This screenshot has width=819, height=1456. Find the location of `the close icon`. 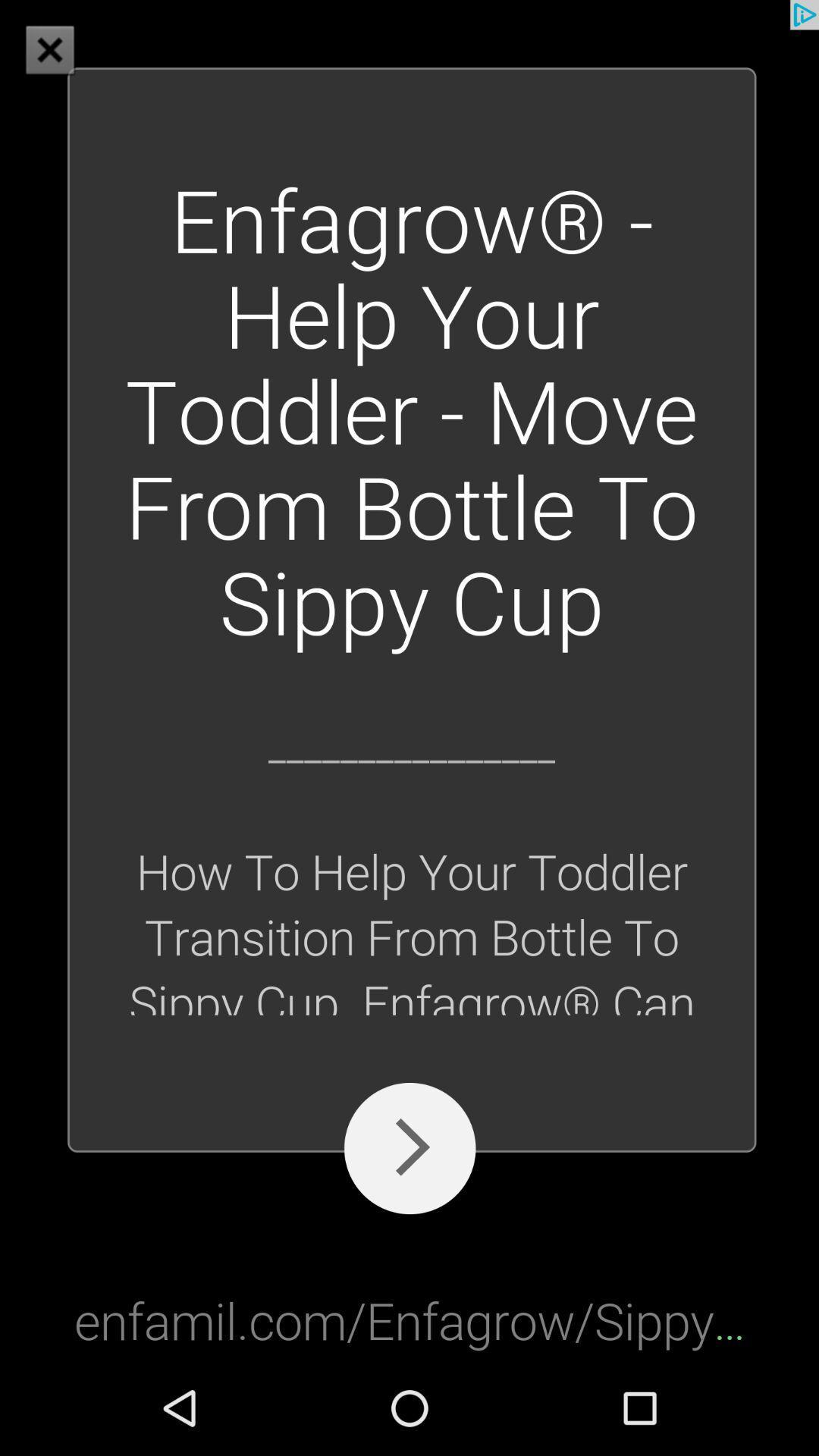

the close icon is located at coordinates (49, 53).